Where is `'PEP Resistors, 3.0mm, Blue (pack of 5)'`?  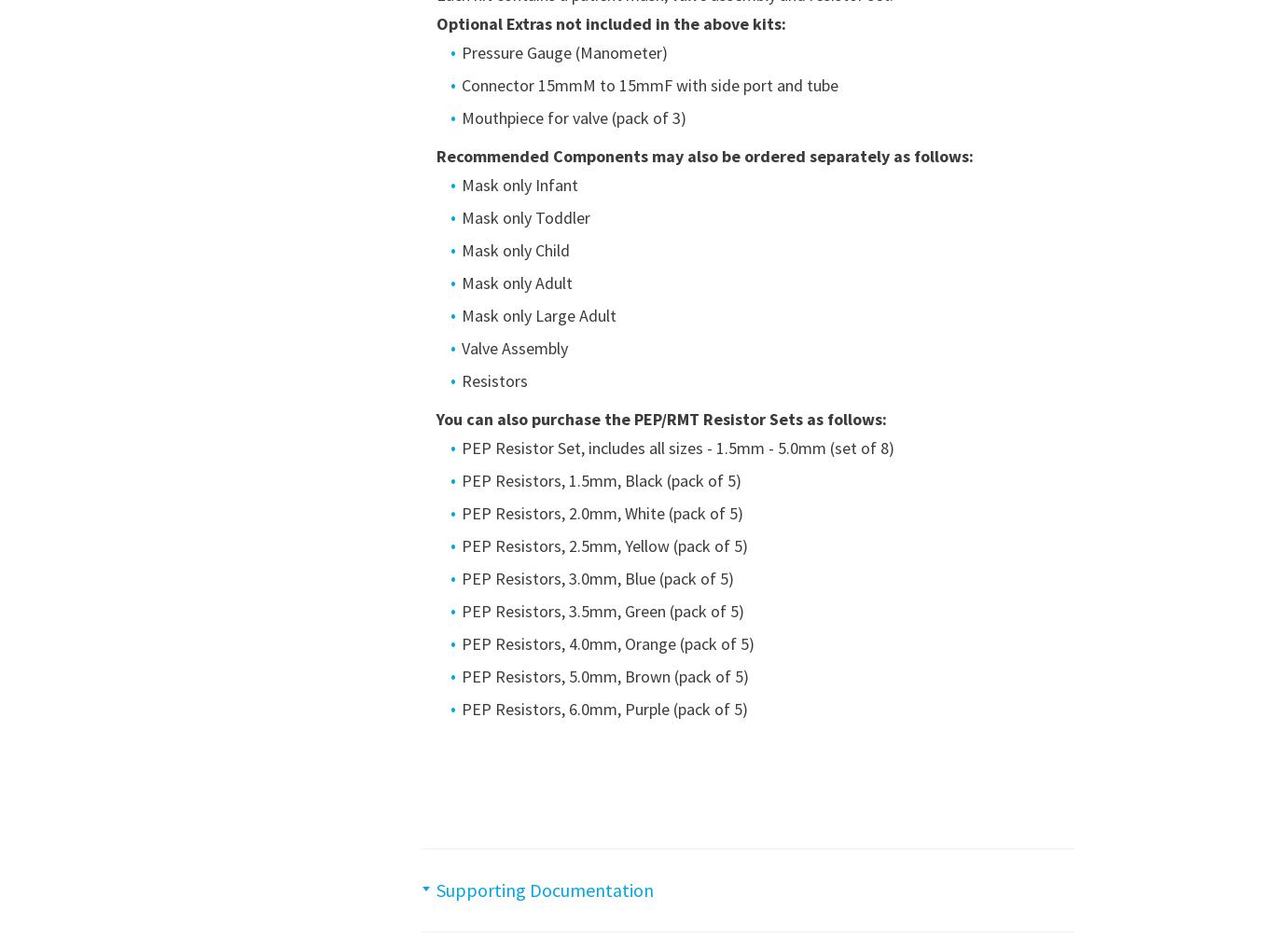
'PEP Resistors, 3.0mm, Blue (pack of 5)' is located at coordinates (460, 578).